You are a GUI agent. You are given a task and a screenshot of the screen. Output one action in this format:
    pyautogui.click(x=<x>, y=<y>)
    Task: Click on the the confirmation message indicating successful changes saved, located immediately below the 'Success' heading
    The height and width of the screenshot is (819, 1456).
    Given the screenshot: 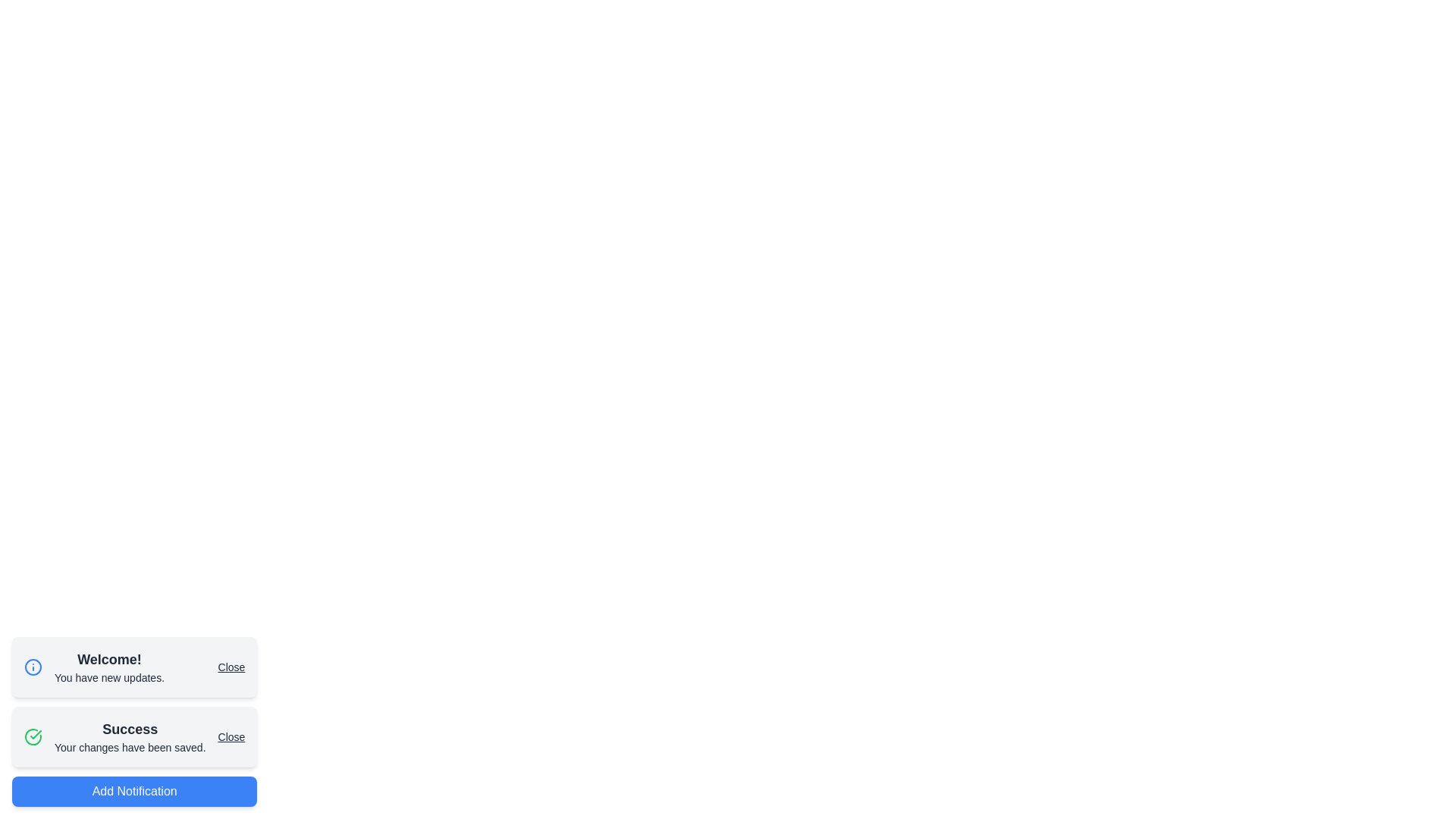 What is the action you would take?
    pyautogui.click(x=130, y=747)
    